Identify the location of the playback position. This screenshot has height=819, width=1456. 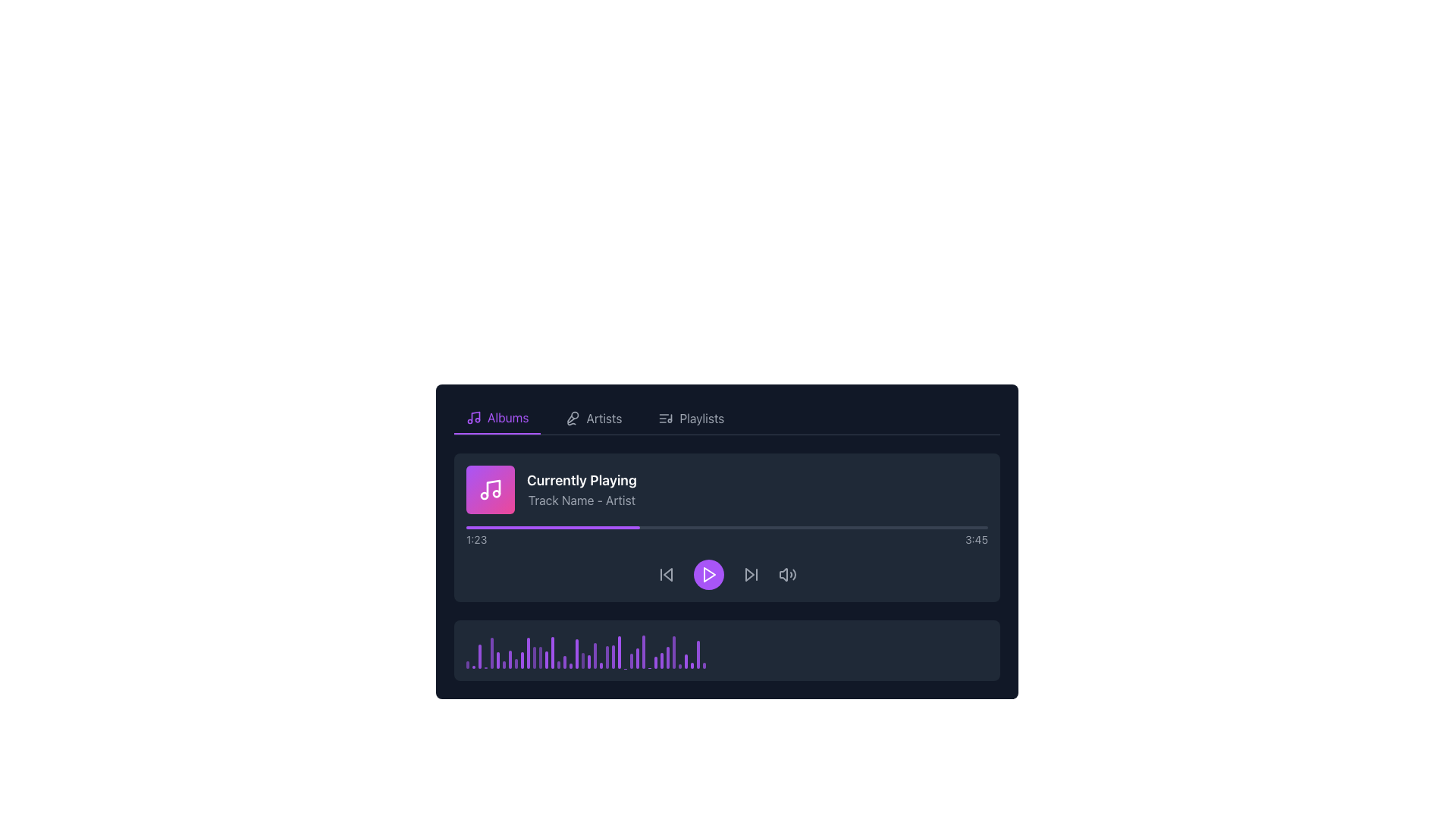
(604, 526).